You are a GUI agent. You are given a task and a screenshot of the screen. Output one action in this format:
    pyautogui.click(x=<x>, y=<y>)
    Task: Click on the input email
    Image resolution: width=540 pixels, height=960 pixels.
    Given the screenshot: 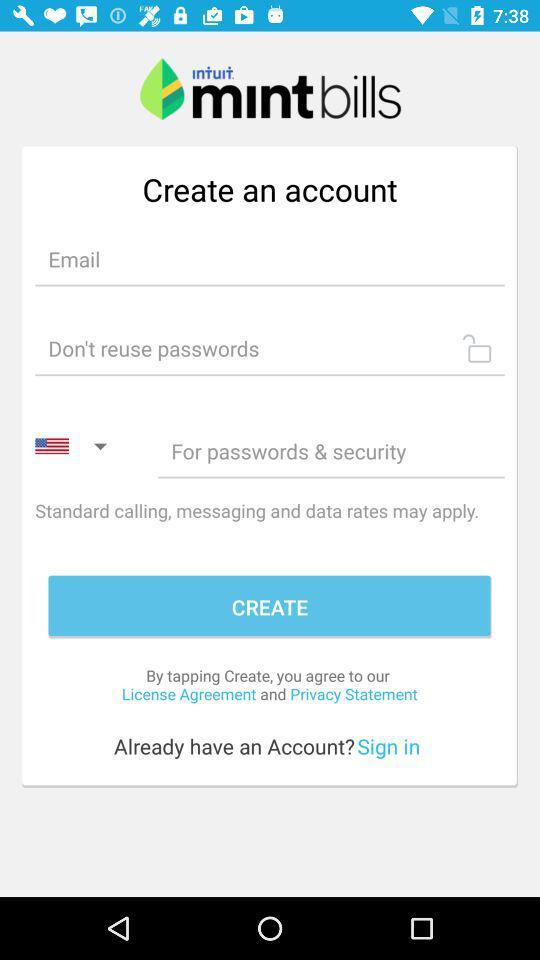 What is the action you would take?
    pyautogui.click(x=270, y=258)
    